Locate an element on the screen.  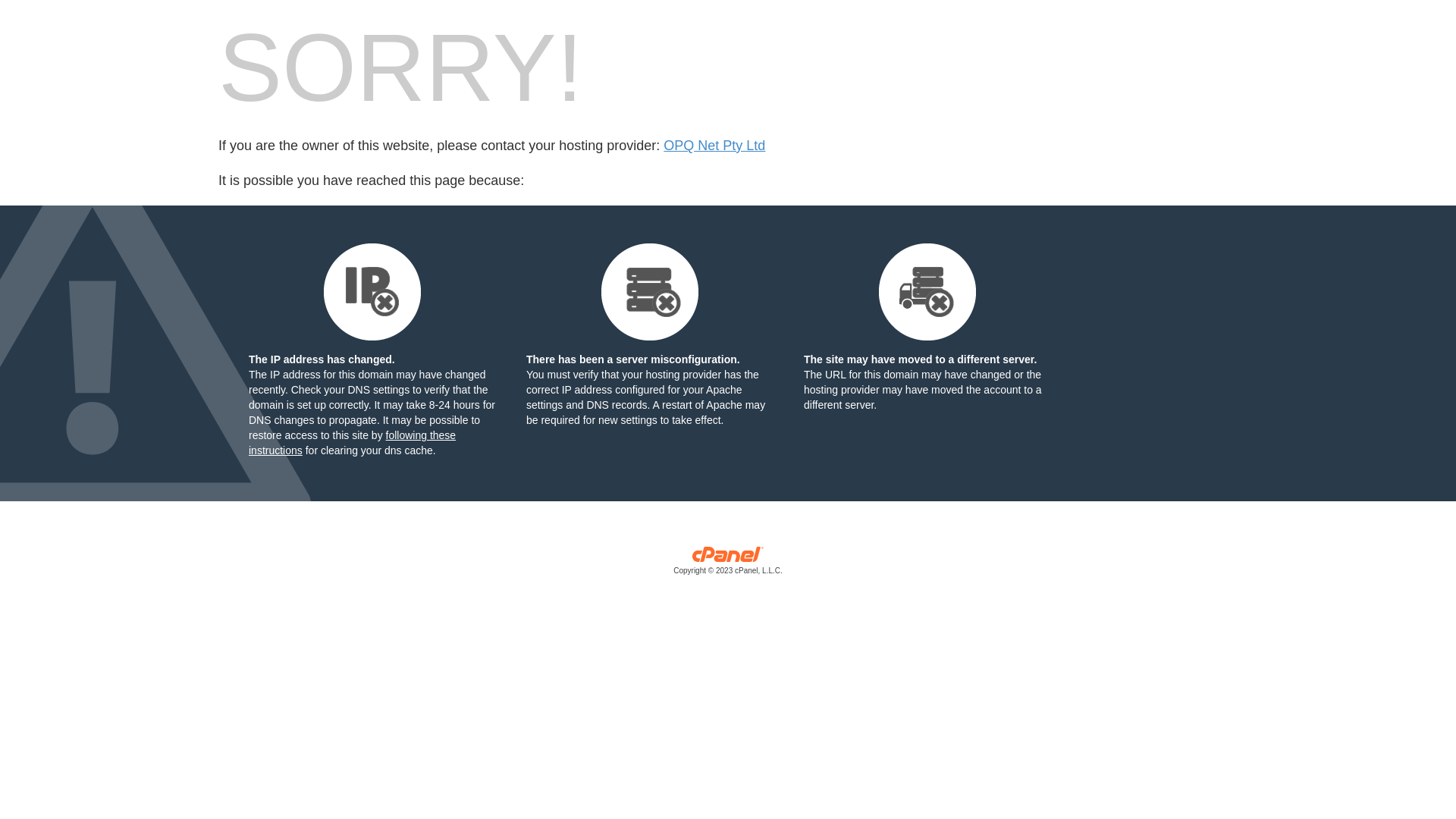
'OPQ Net Pty Ltd' is located at coordinates (713, 146).